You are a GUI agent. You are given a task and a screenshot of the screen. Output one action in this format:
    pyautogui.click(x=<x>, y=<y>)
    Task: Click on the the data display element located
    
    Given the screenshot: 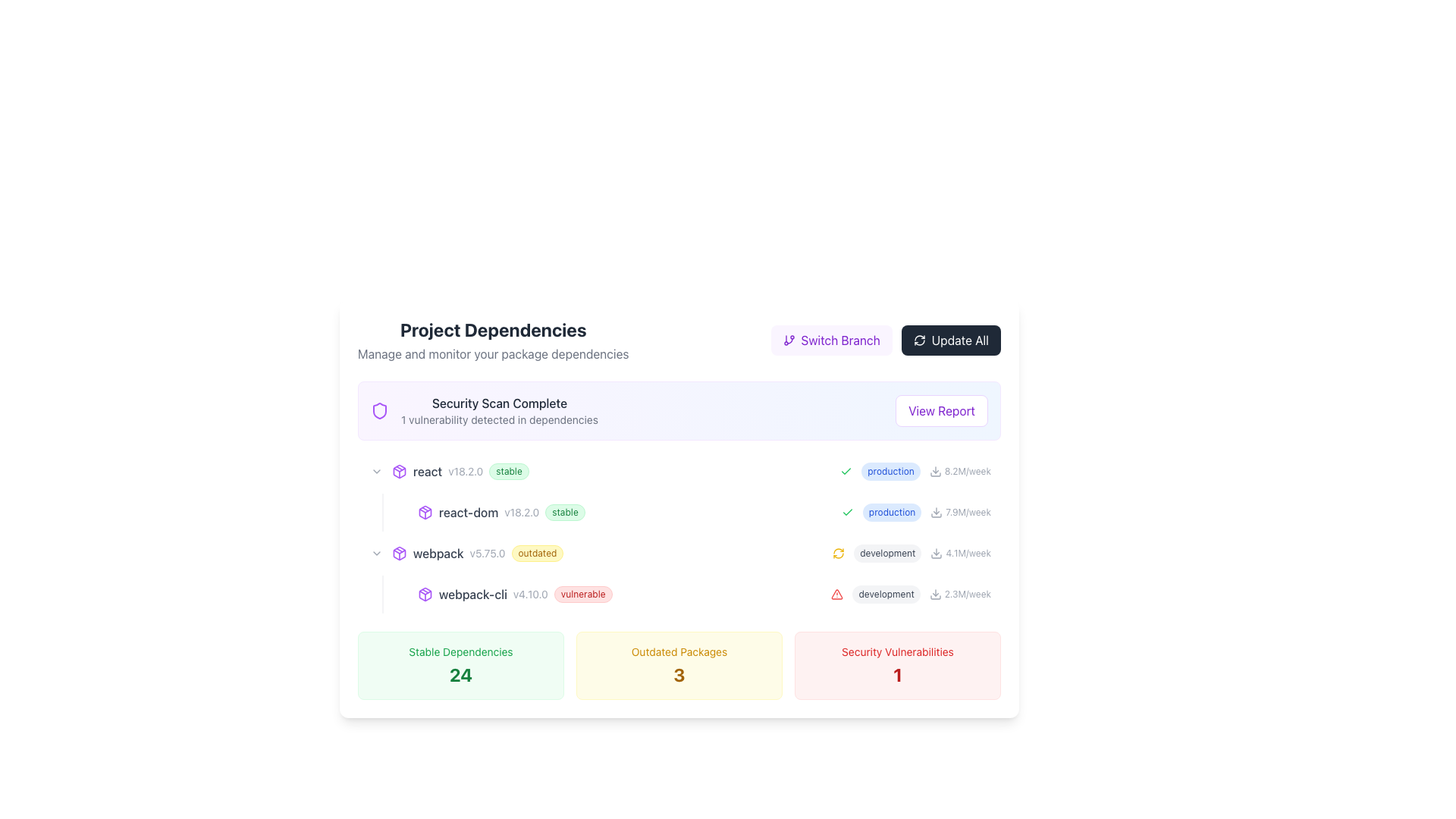 What is the action you would take?
    pyautogui.click(x=959, y=470)
    